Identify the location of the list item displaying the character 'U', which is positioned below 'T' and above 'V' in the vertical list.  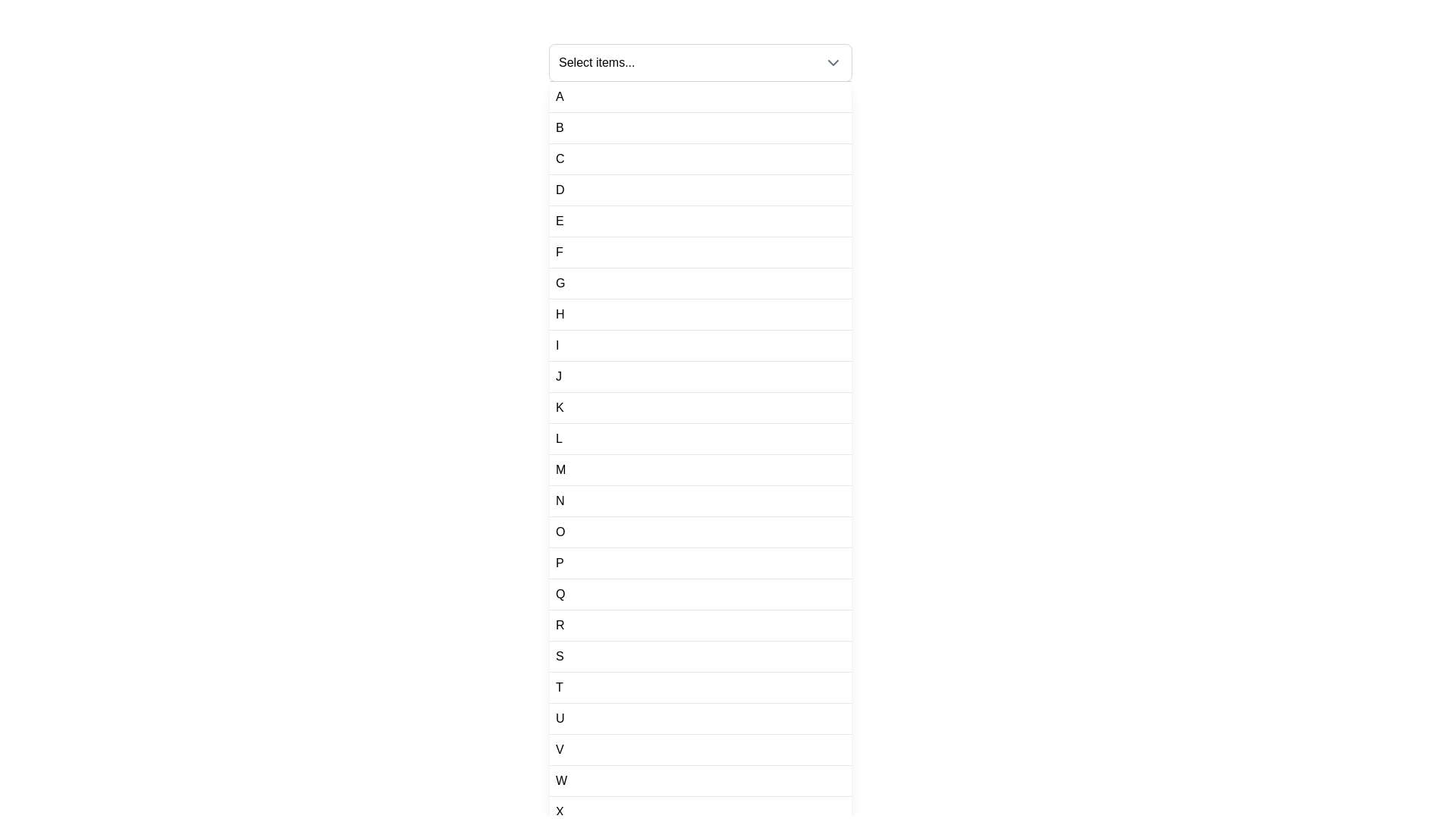
(559, 718).